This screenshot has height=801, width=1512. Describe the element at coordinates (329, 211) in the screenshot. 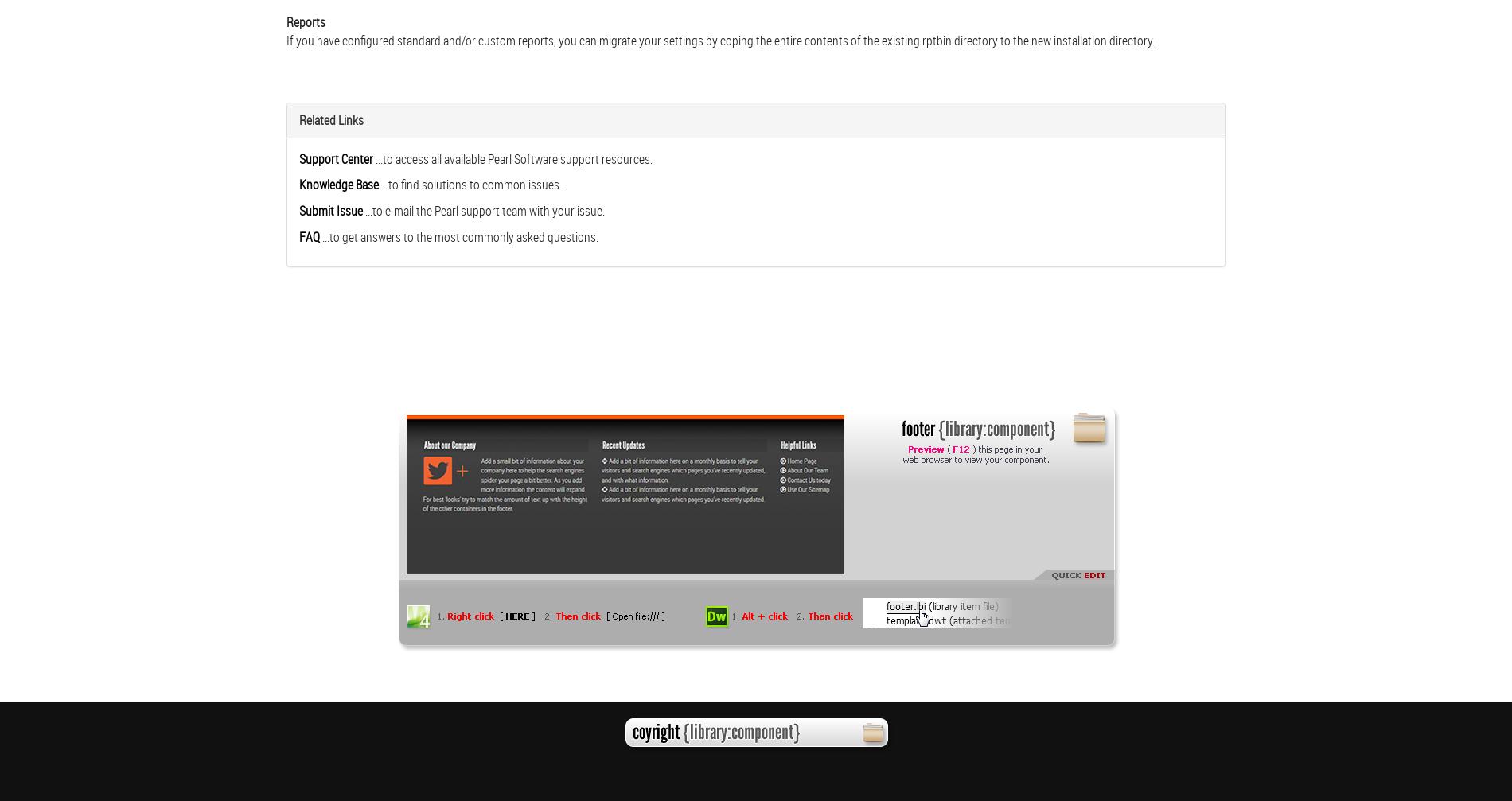

I see `'Submit Issue'` at that location.